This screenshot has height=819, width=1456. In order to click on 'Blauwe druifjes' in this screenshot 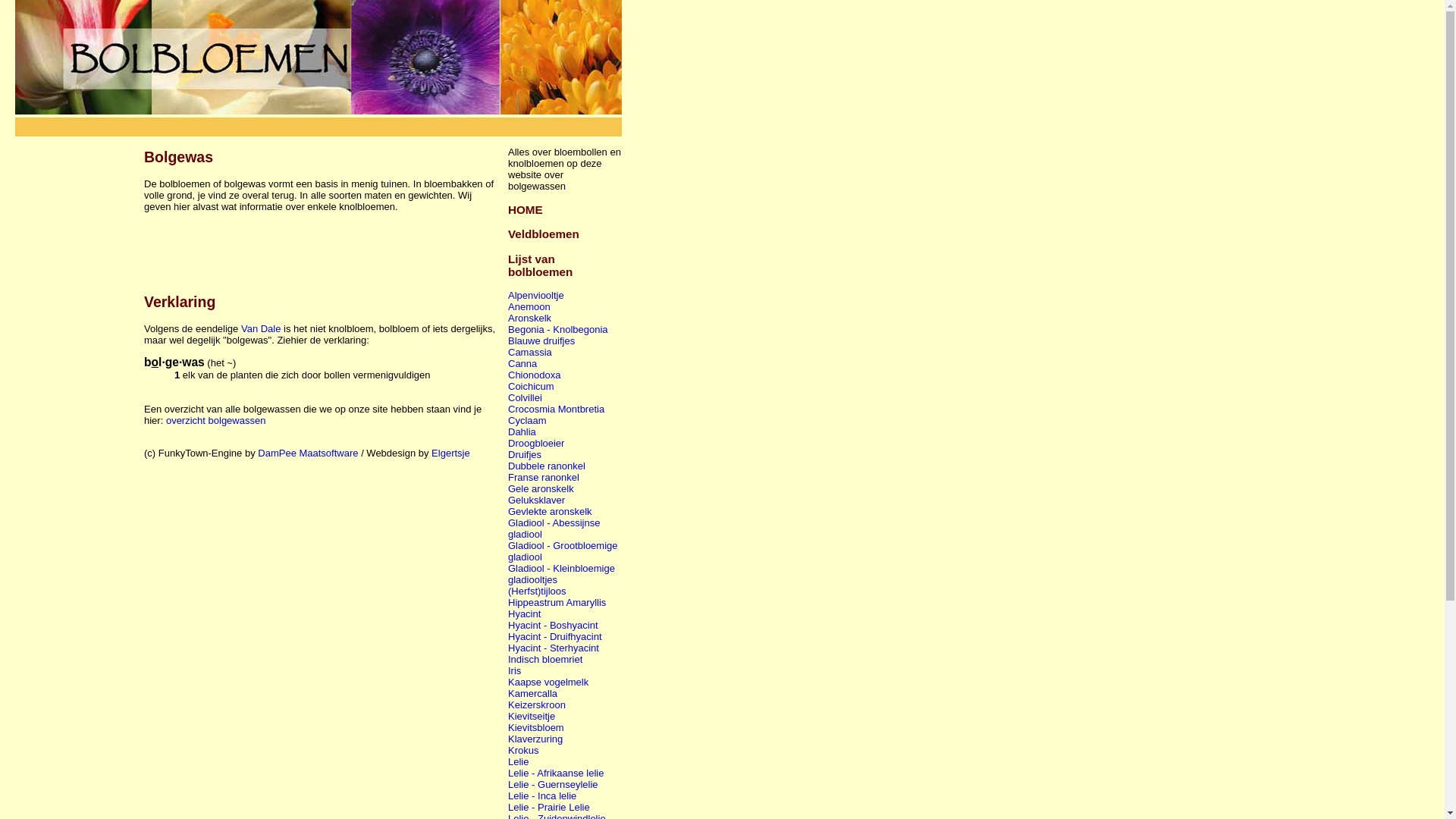, I will do `click(541, 340)`.